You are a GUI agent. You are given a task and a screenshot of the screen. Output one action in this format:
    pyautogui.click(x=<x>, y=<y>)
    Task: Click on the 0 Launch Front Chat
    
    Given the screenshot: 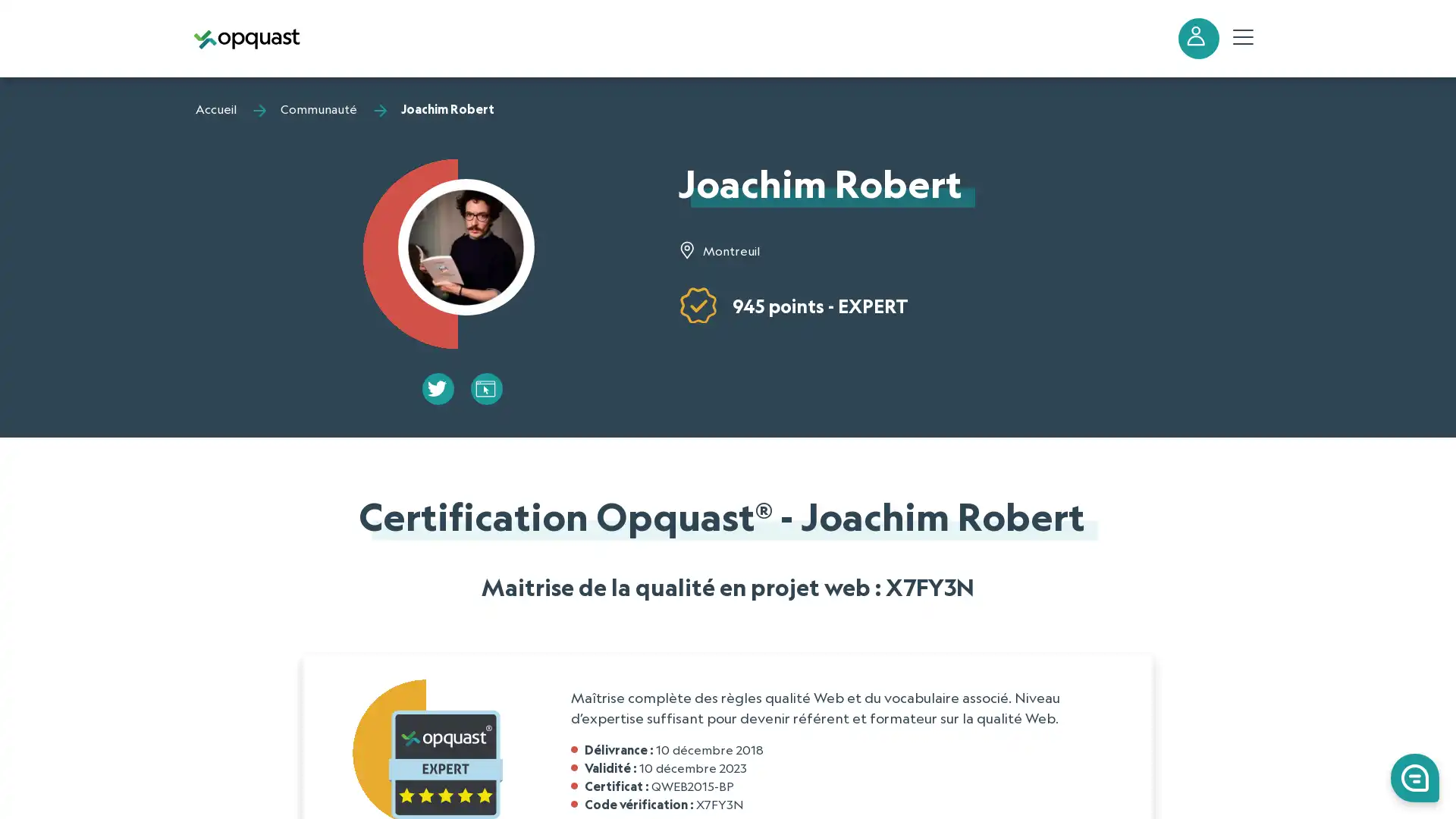 What is the action you would take?
    pyautogui.click(x=1414, y=778)
    